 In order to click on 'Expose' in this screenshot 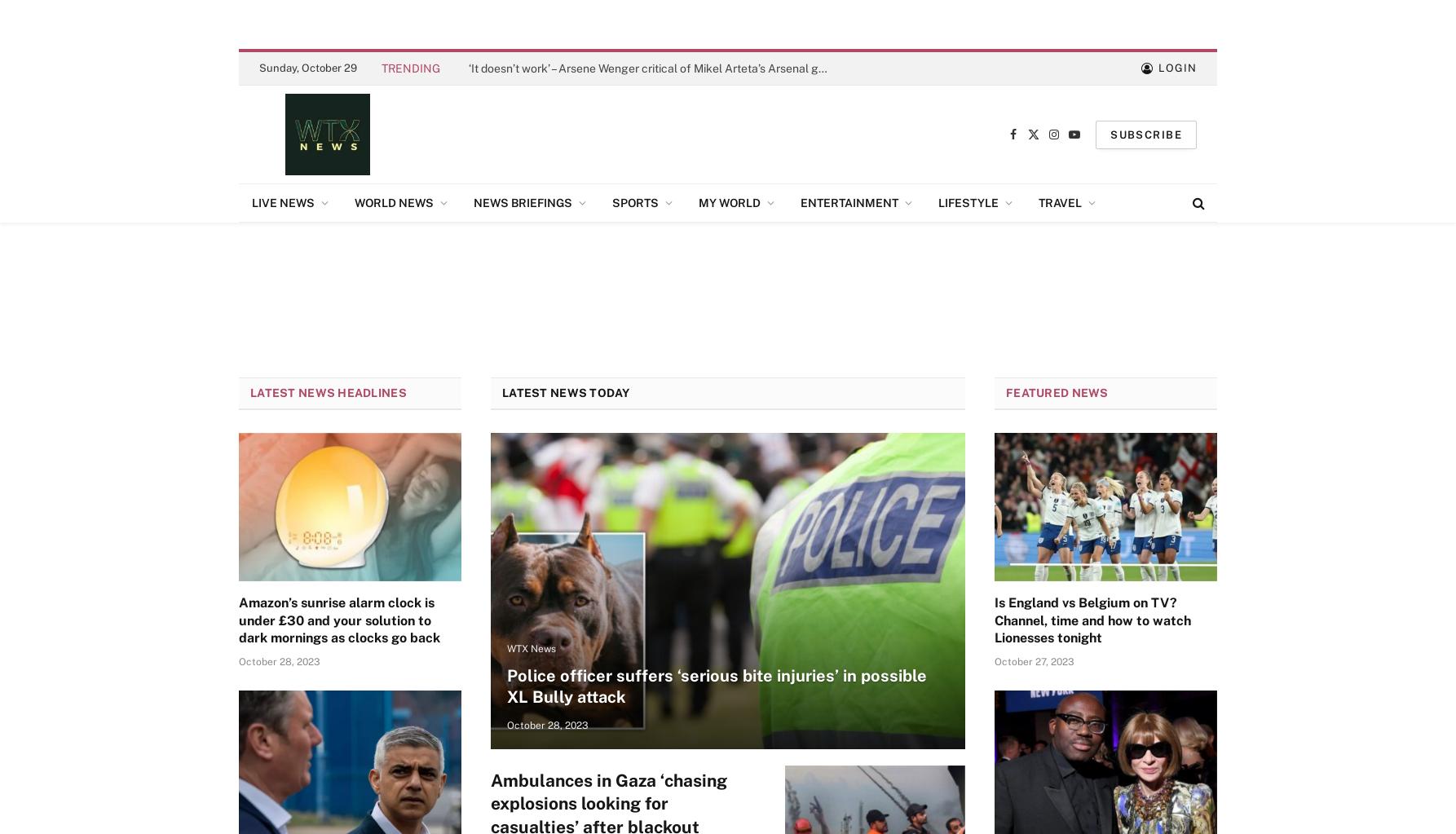, I will do `click(722, 309)`.